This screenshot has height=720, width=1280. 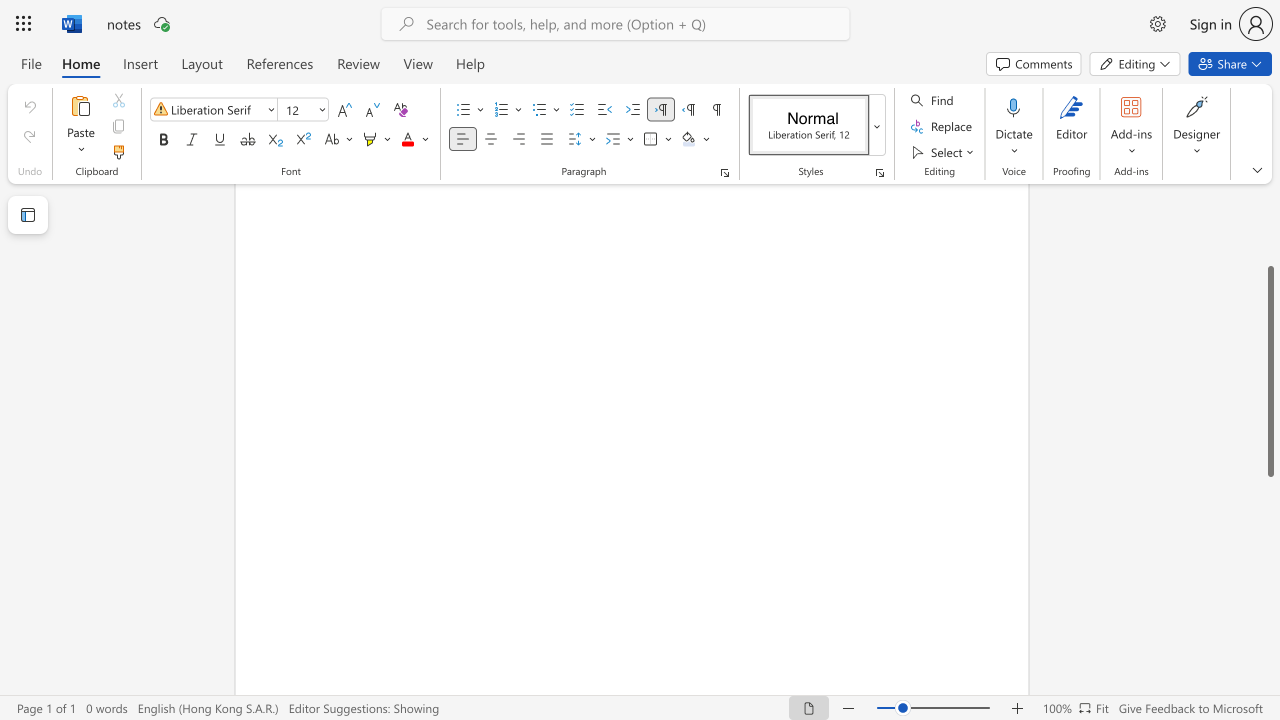 What do you see at coordinates (1269, 371) in the screenshot?
I see `the scrollbar and move up 70 pixels` at bounding box center [1269, 371].